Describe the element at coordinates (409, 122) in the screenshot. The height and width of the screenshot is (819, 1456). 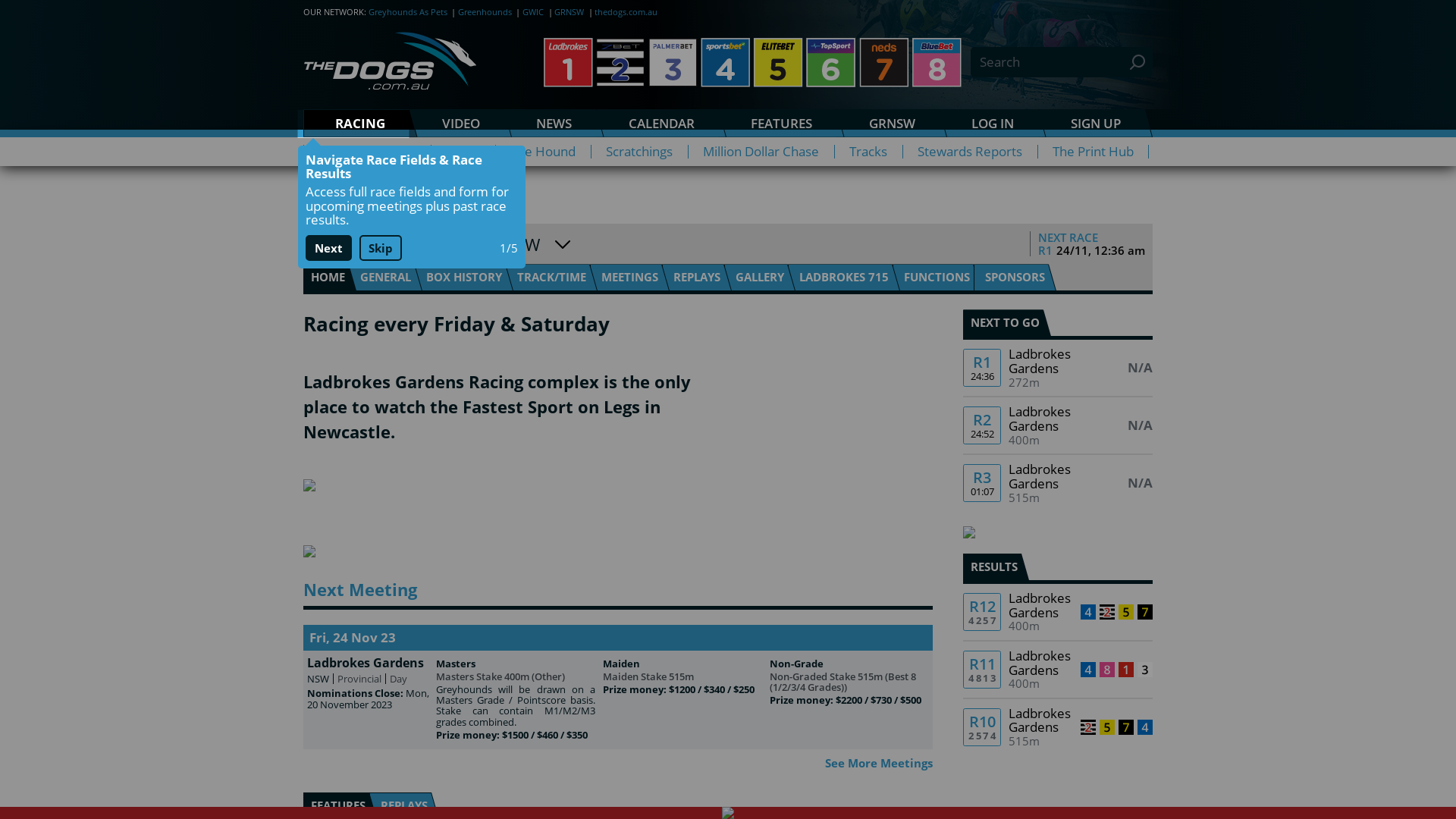
I see `'VIDEO'` at that location.